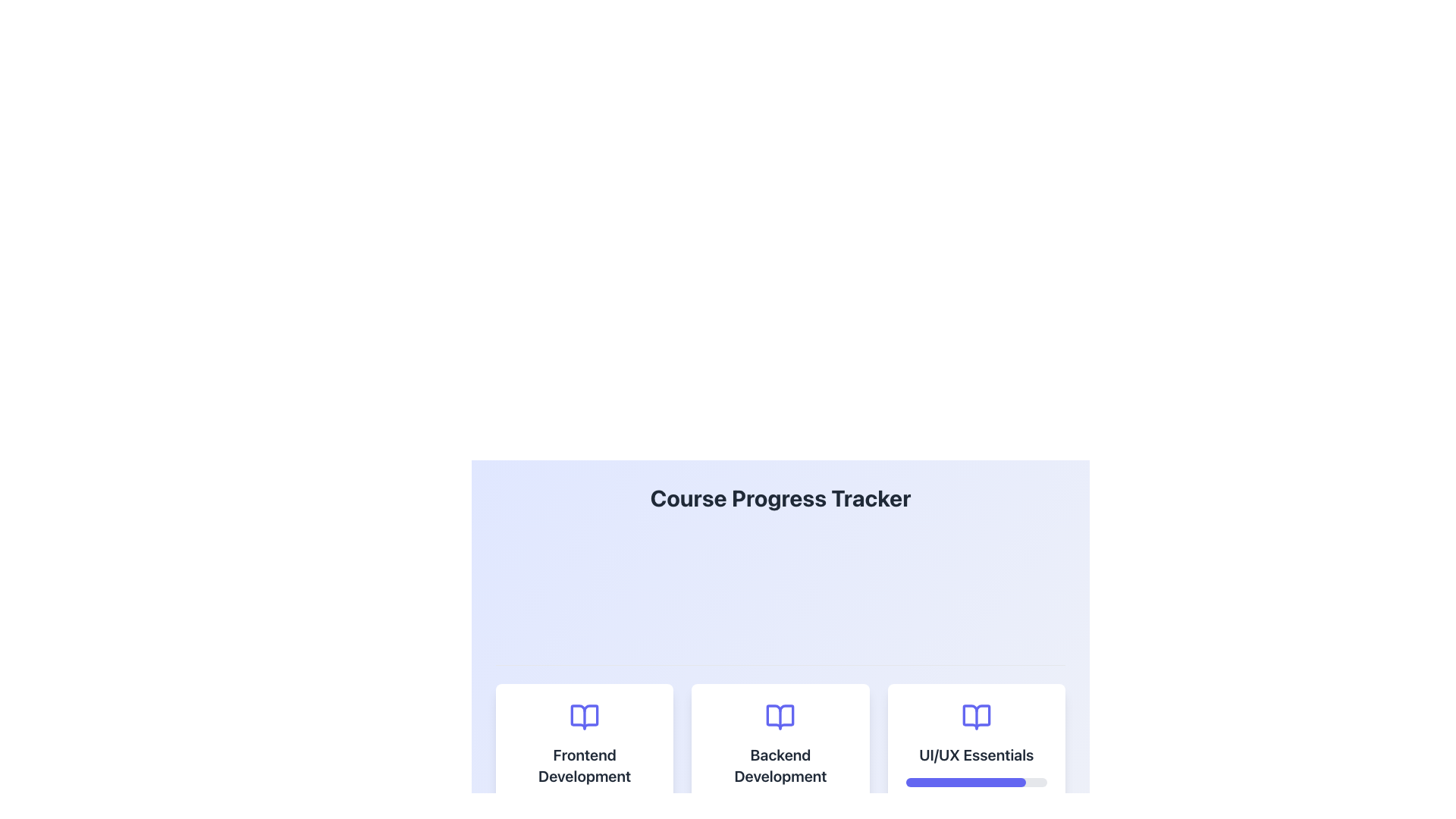  I want to click on the SVG icon representing an open book located in the 'Backend Development' card under the 'Course Progress Tracker' section, so click(780, 717).